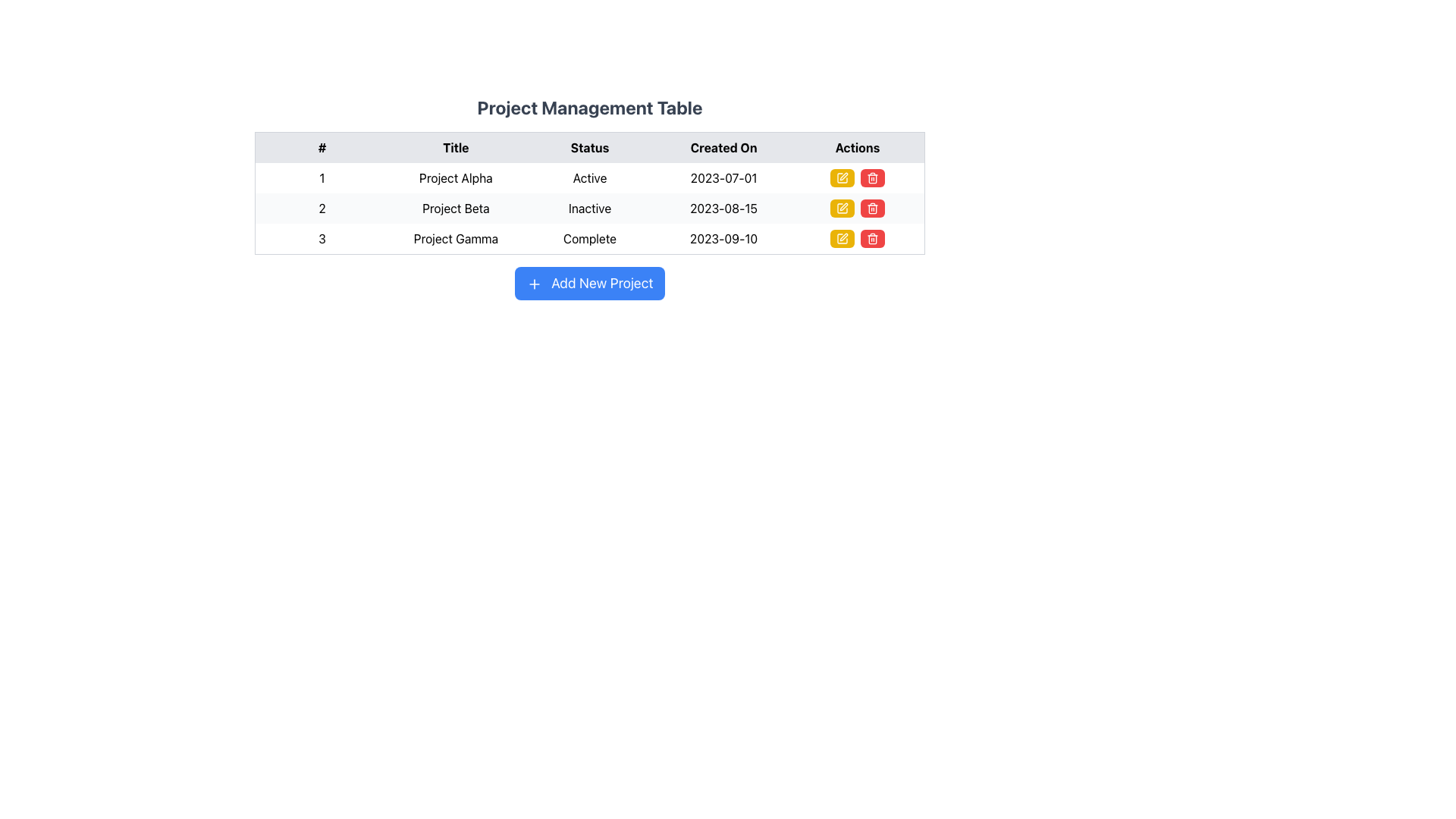  What do you see at coordinates (872, 208) in the screenshot?
I see `the bright red delete button with a trash bin icon located in the Actions column of the second row of the table` at bounding box center [872, 208].